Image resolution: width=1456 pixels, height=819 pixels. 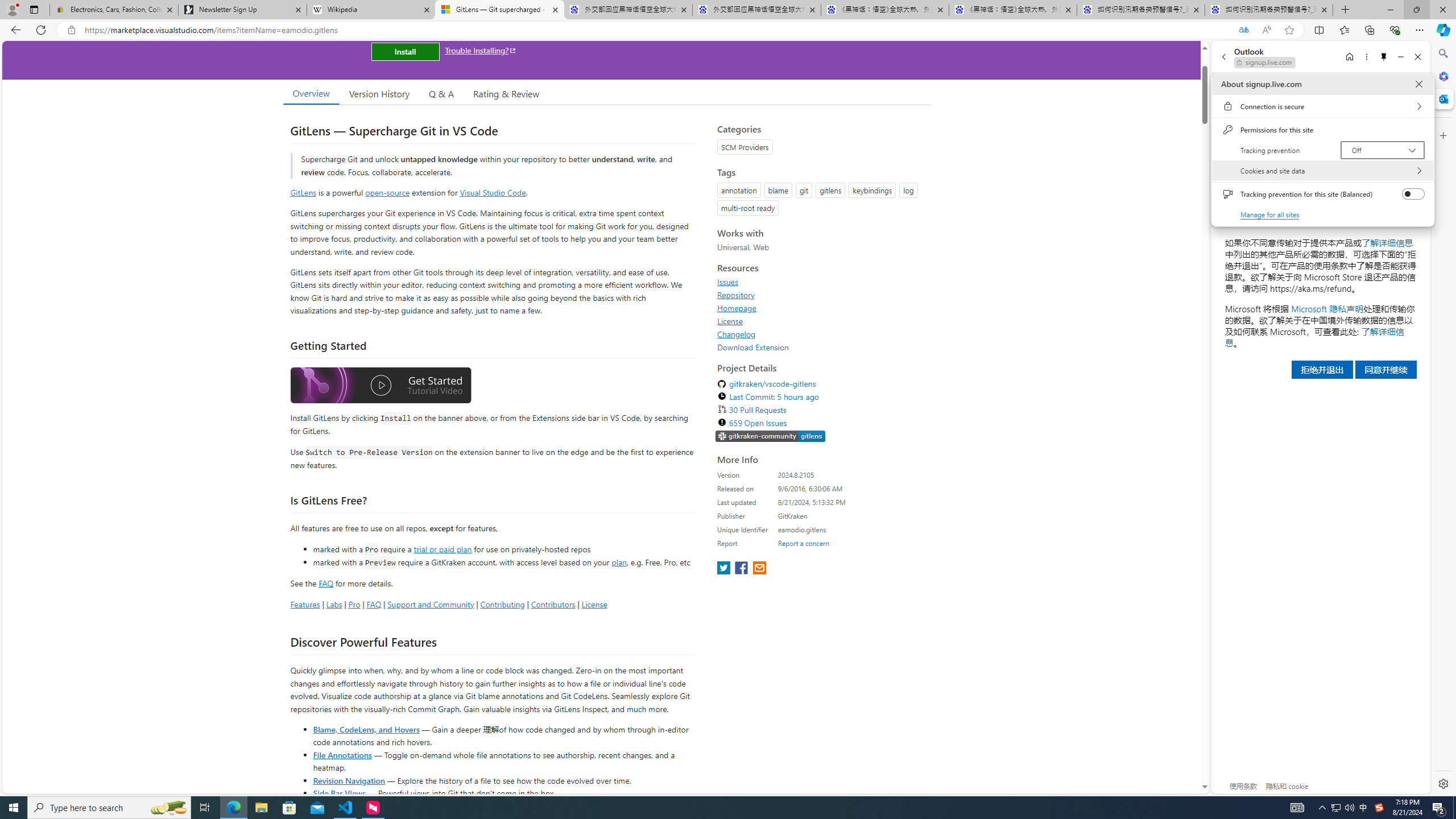 What do you see at coordinates (204, 806) in the screenshot?
I see `'Task View'` at bounding box center [204, 806].